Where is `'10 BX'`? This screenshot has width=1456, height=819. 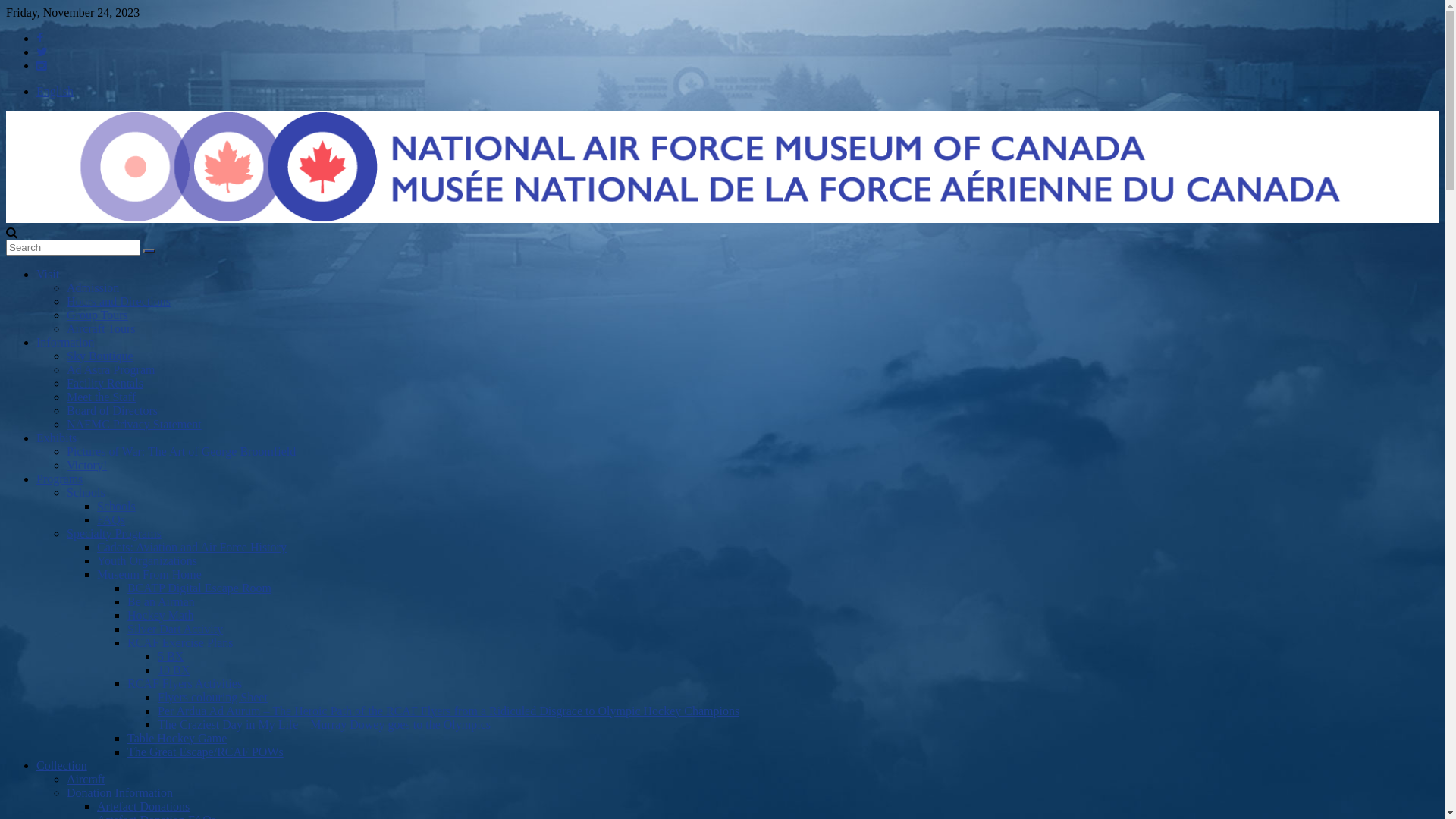
'10 BX' is located at coordinates (174, 669).